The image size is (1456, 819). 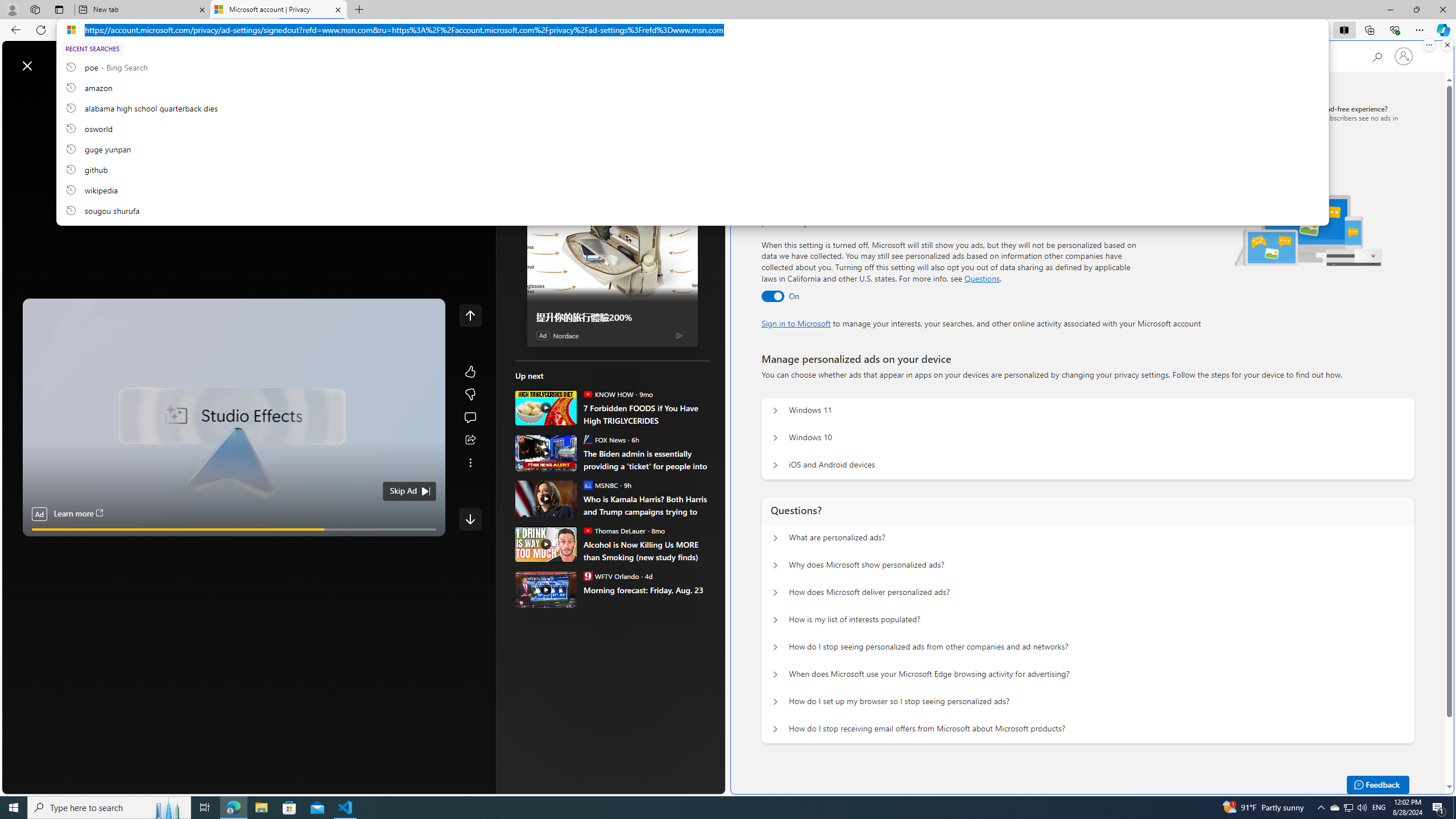 I want to click on 'Illustration of multiple devices', so click(x=1308, y=229).